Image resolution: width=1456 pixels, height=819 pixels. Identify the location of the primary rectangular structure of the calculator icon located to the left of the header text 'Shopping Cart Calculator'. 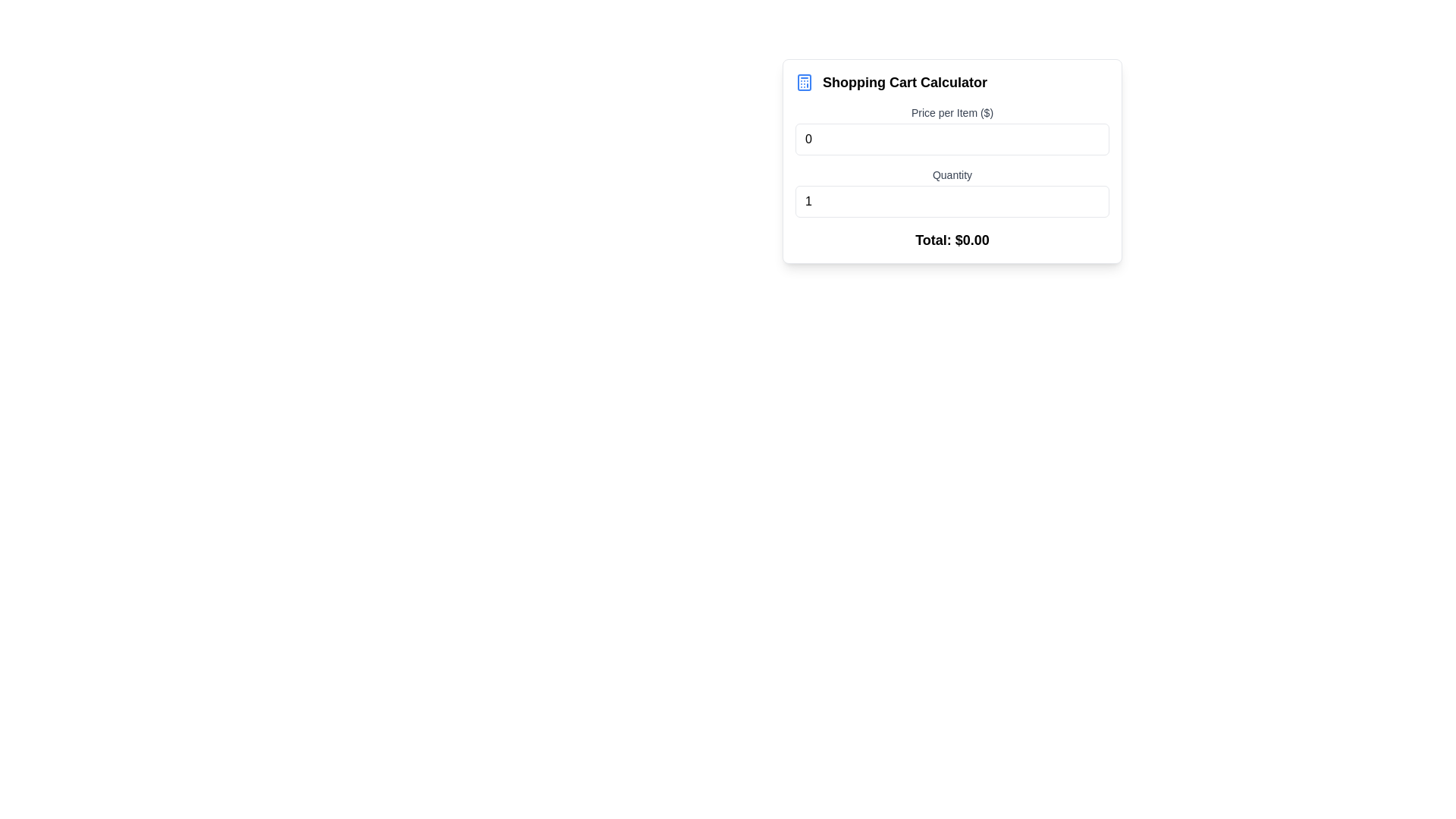
(803, 82).